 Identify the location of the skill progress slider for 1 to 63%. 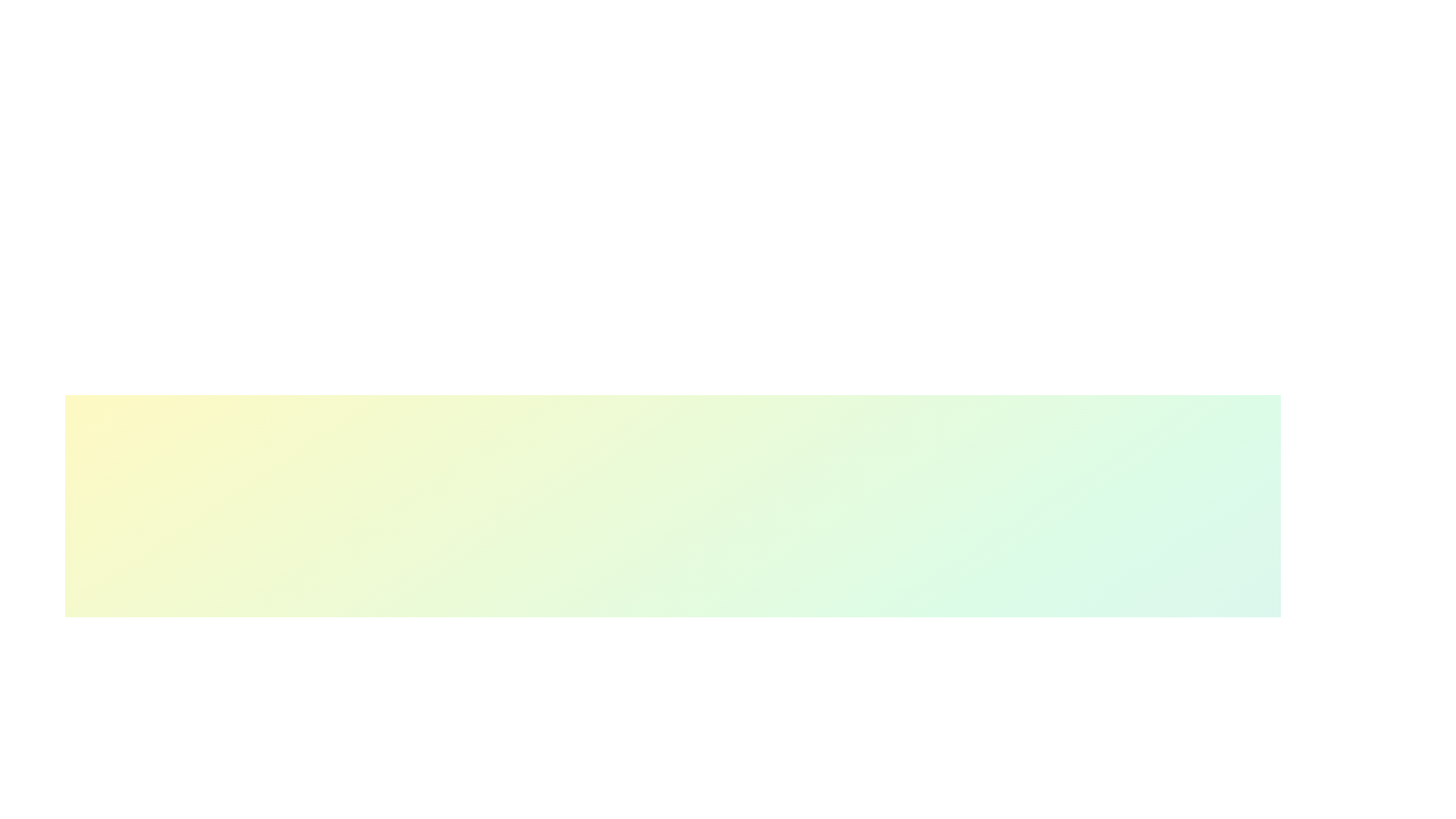
(716, 810).